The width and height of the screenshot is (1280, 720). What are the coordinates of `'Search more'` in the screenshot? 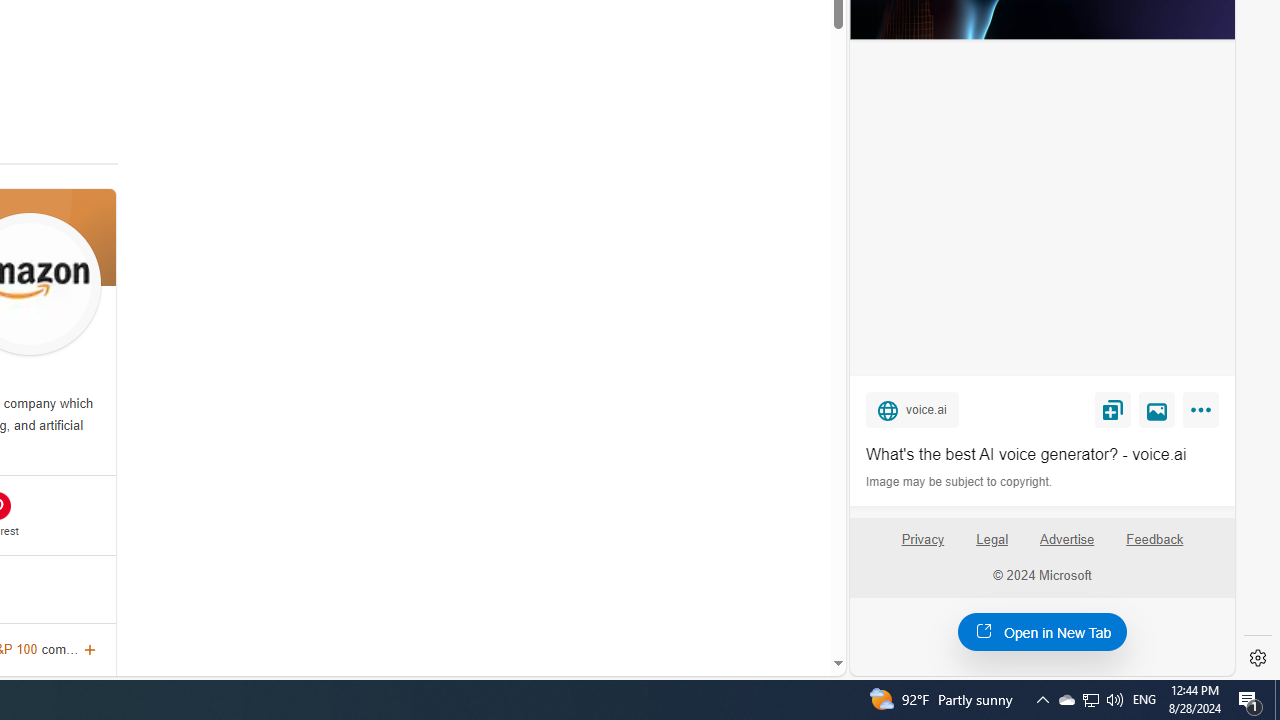 It's located at (791, 603).